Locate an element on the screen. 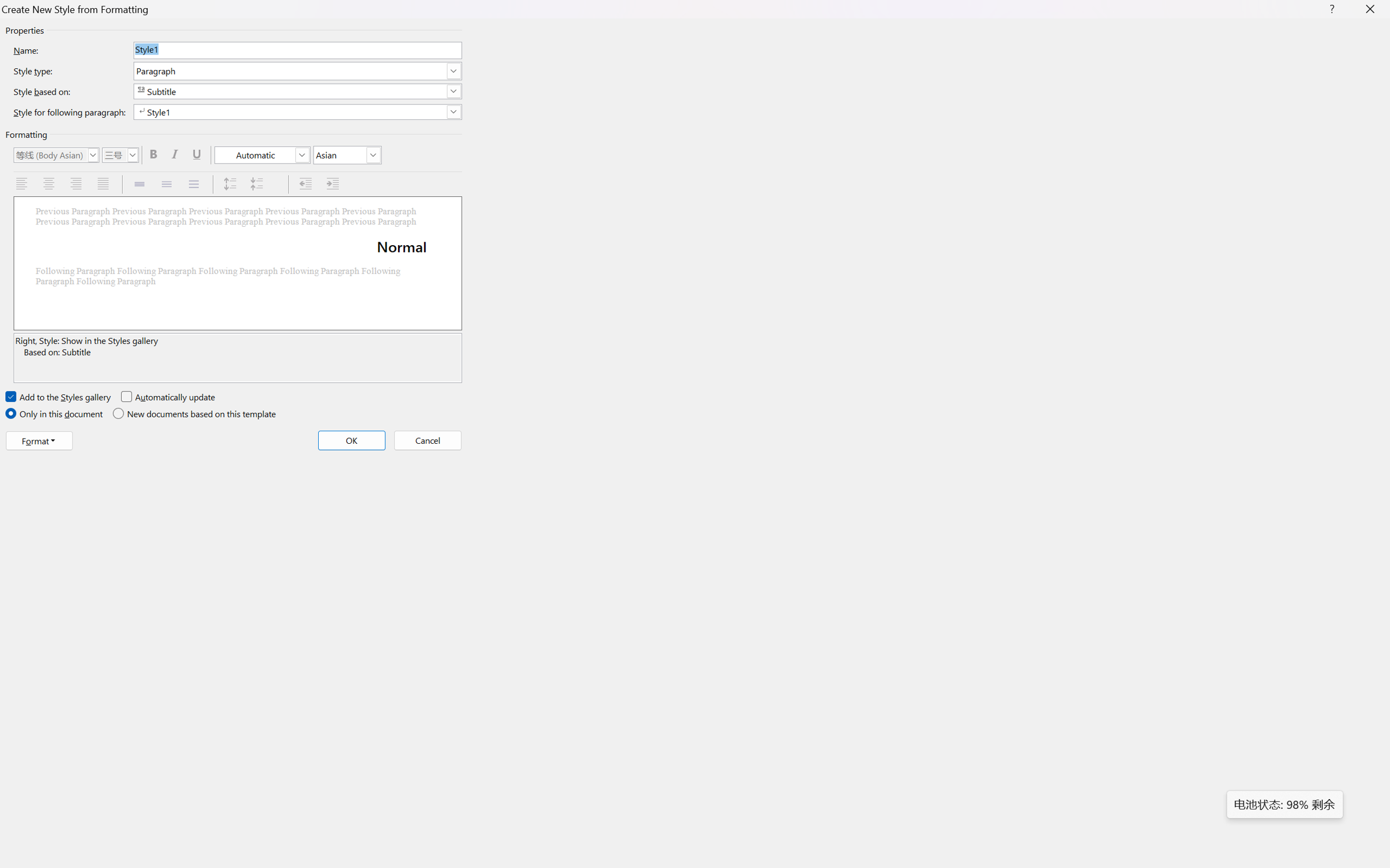  'Formatting script' is located at coordinates (347, 154).